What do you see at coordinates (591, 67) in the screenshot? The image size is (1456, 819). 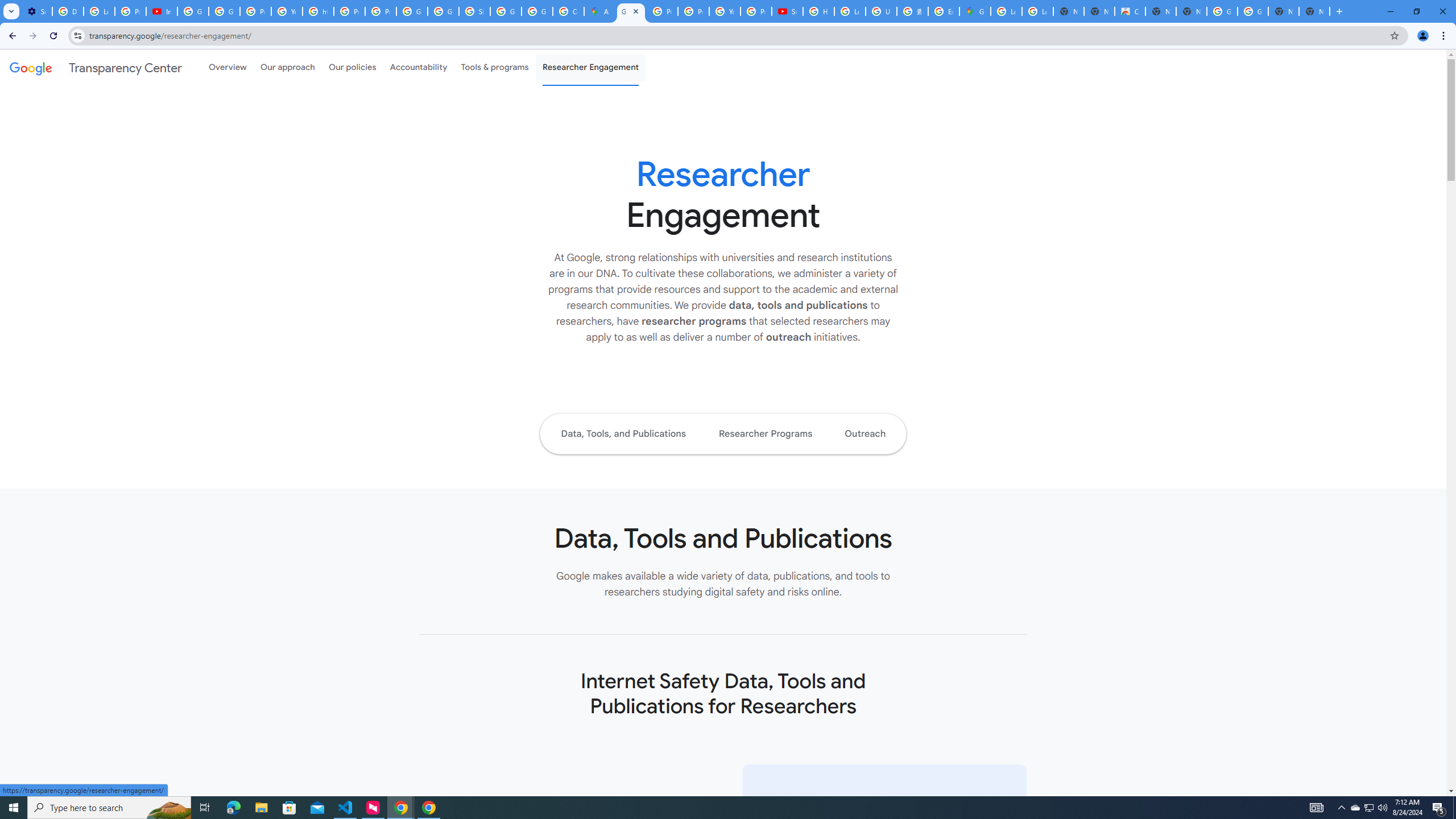 I see `'Researcher Engagement'` at bounding box center [591, 67].